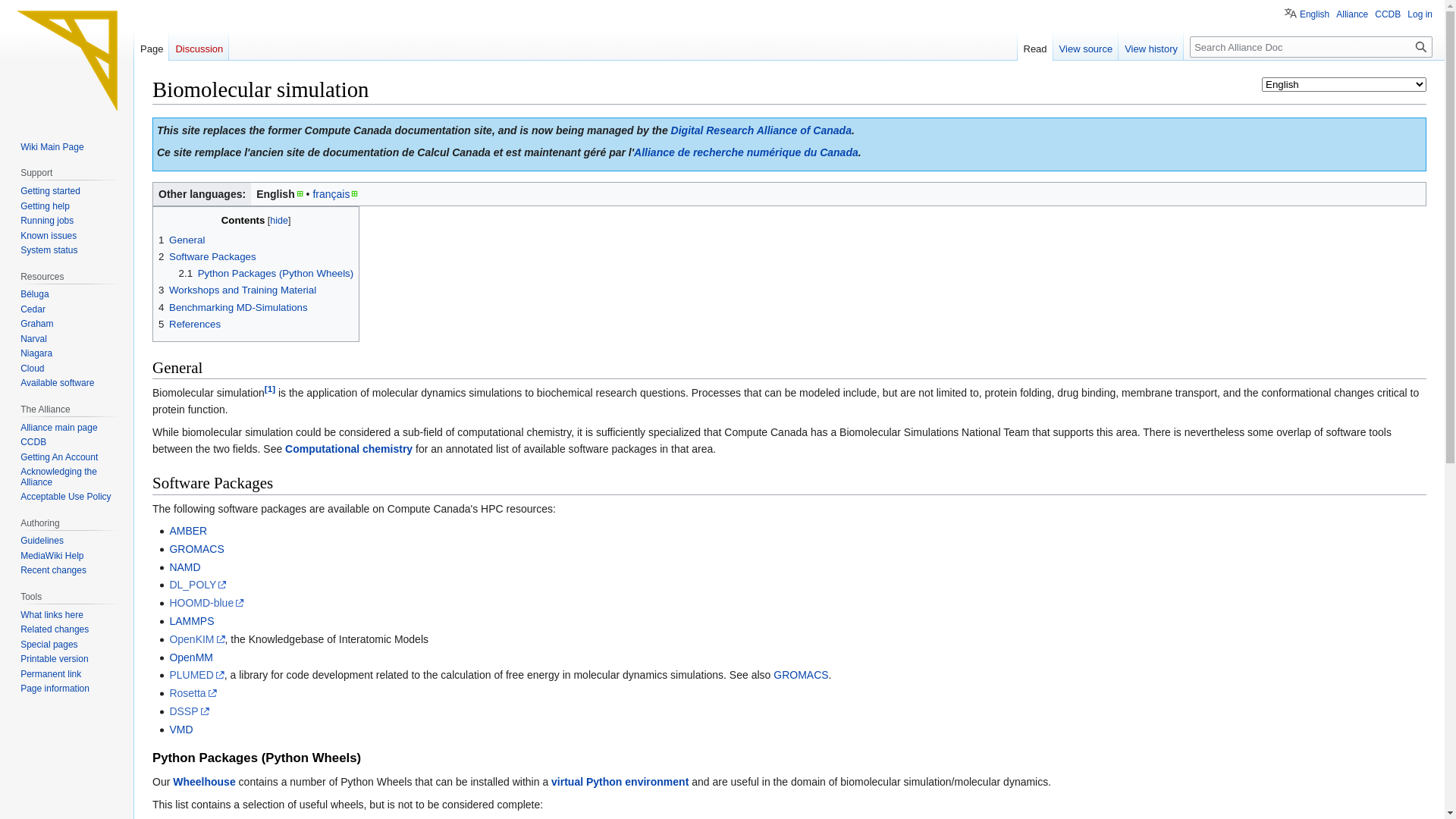 The width and height of the screenshot is (1456, 819). I want to click on 'Getting help', so click(45, 206).